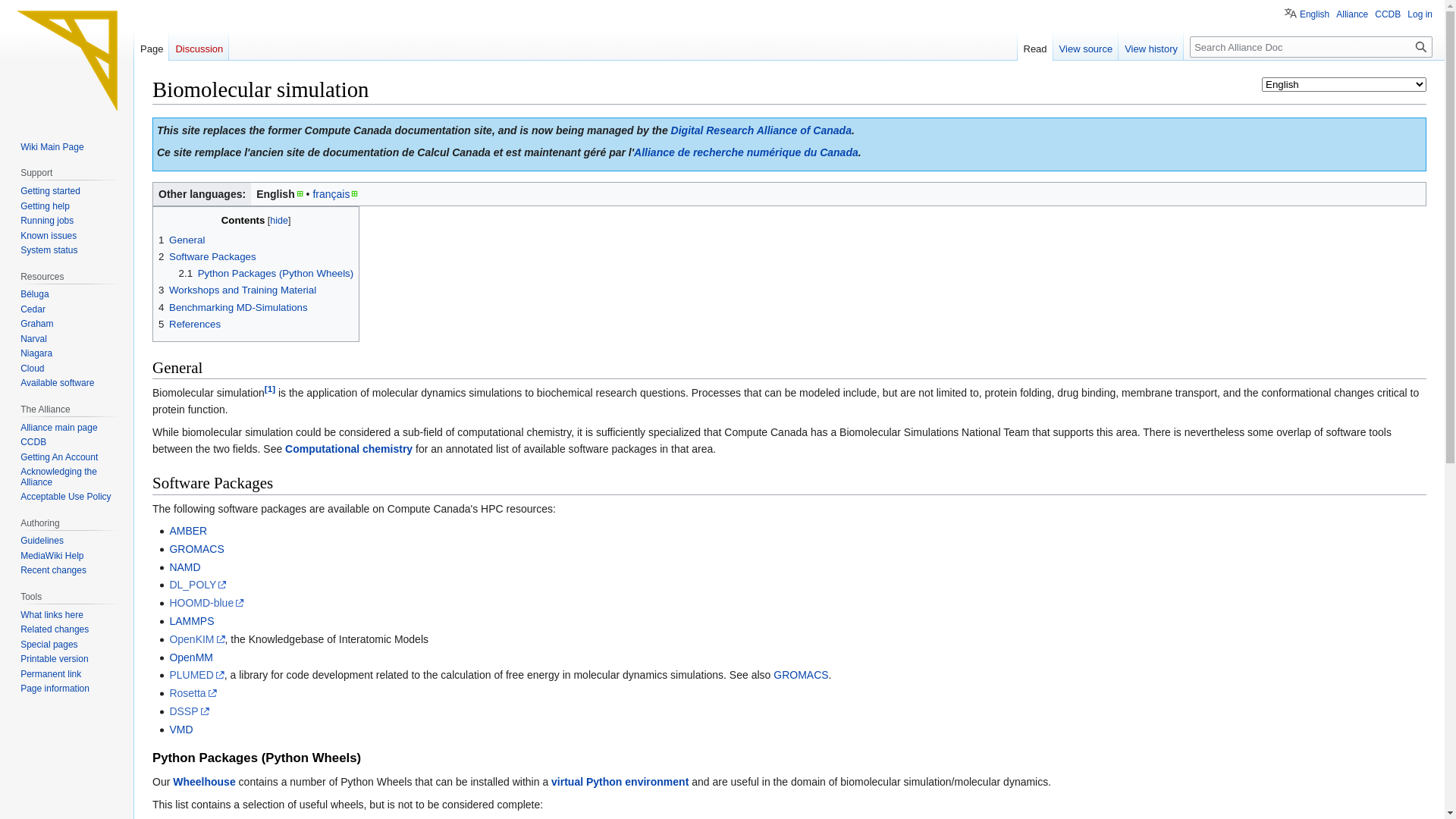 The width and height of the screenshot is (1456, 819). I want to click on 'Getting help', so click(45, 206).